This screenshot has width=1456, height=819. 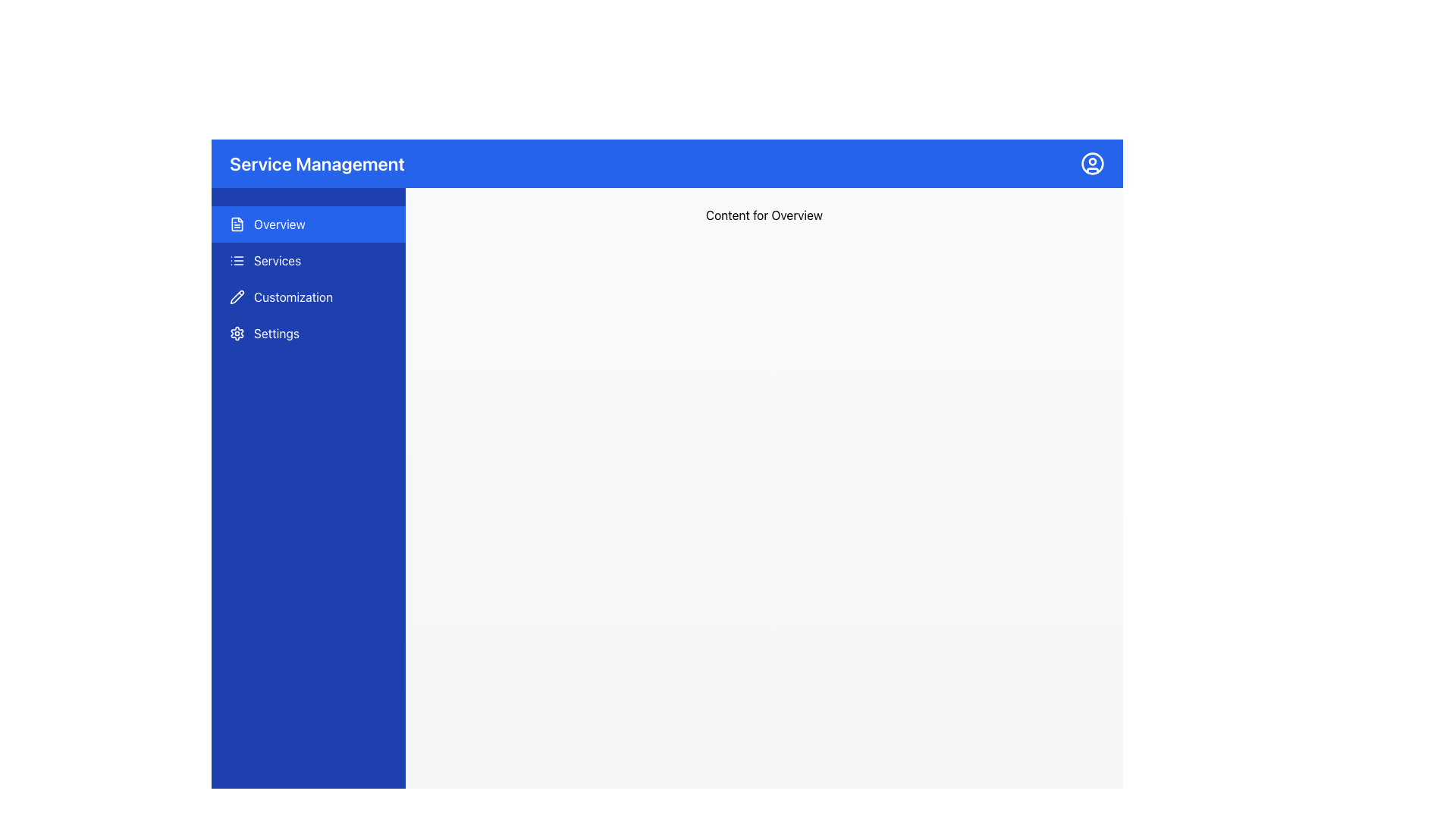 I want to click on the third item in the vertical navigation menu located in the left sidebar, so click(x=308, y=297).